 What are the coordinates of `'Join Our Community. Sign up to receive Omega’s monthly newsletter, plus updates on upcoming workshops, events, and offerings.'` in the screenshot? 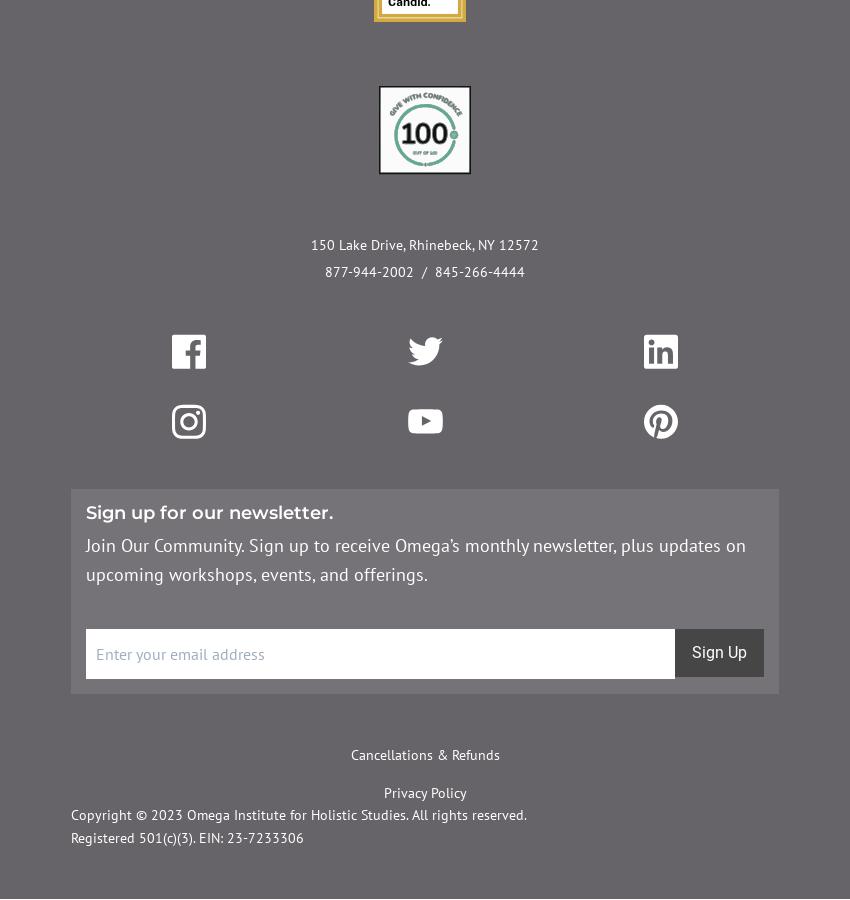 It's located at (415, 557).